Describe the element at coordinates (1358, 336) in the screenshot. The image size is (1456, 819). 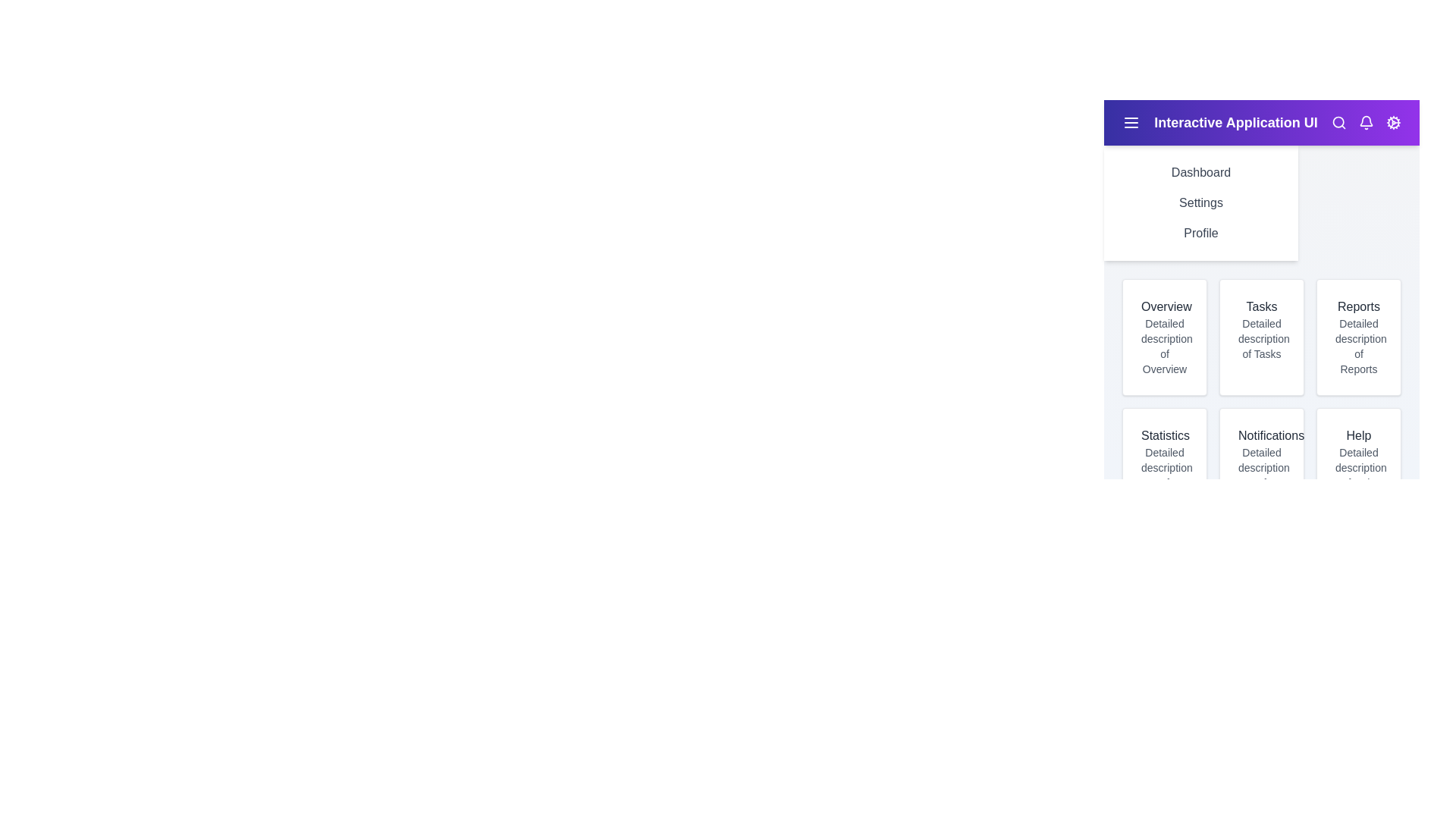
I see `the Reports card to interact with its content` at that location.